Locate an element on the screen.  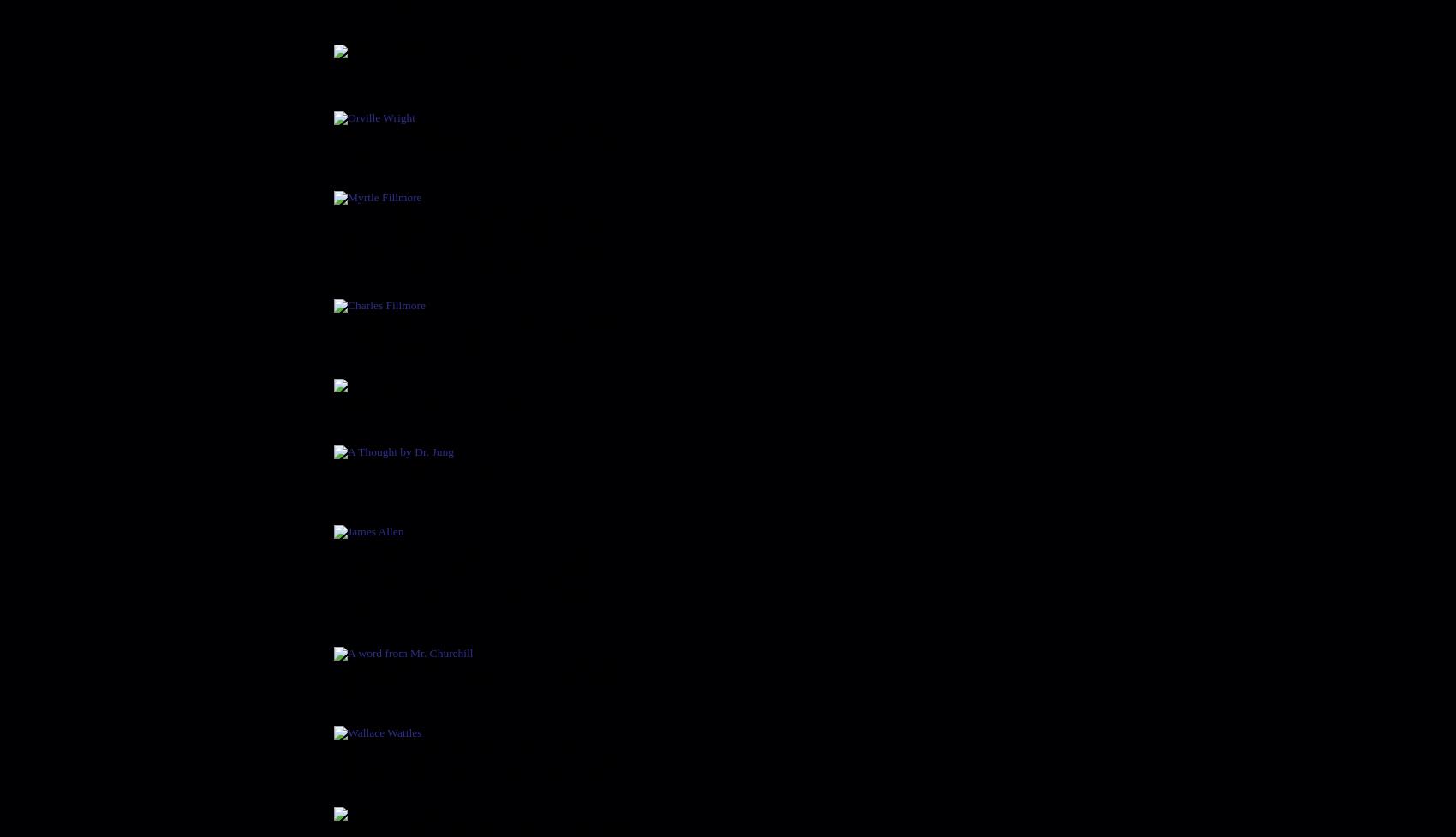
'"We were lucky enough to grow up in an environment where there was much encouragement to children to pursue intellectual interests."' is located at coordinates (482, 143).